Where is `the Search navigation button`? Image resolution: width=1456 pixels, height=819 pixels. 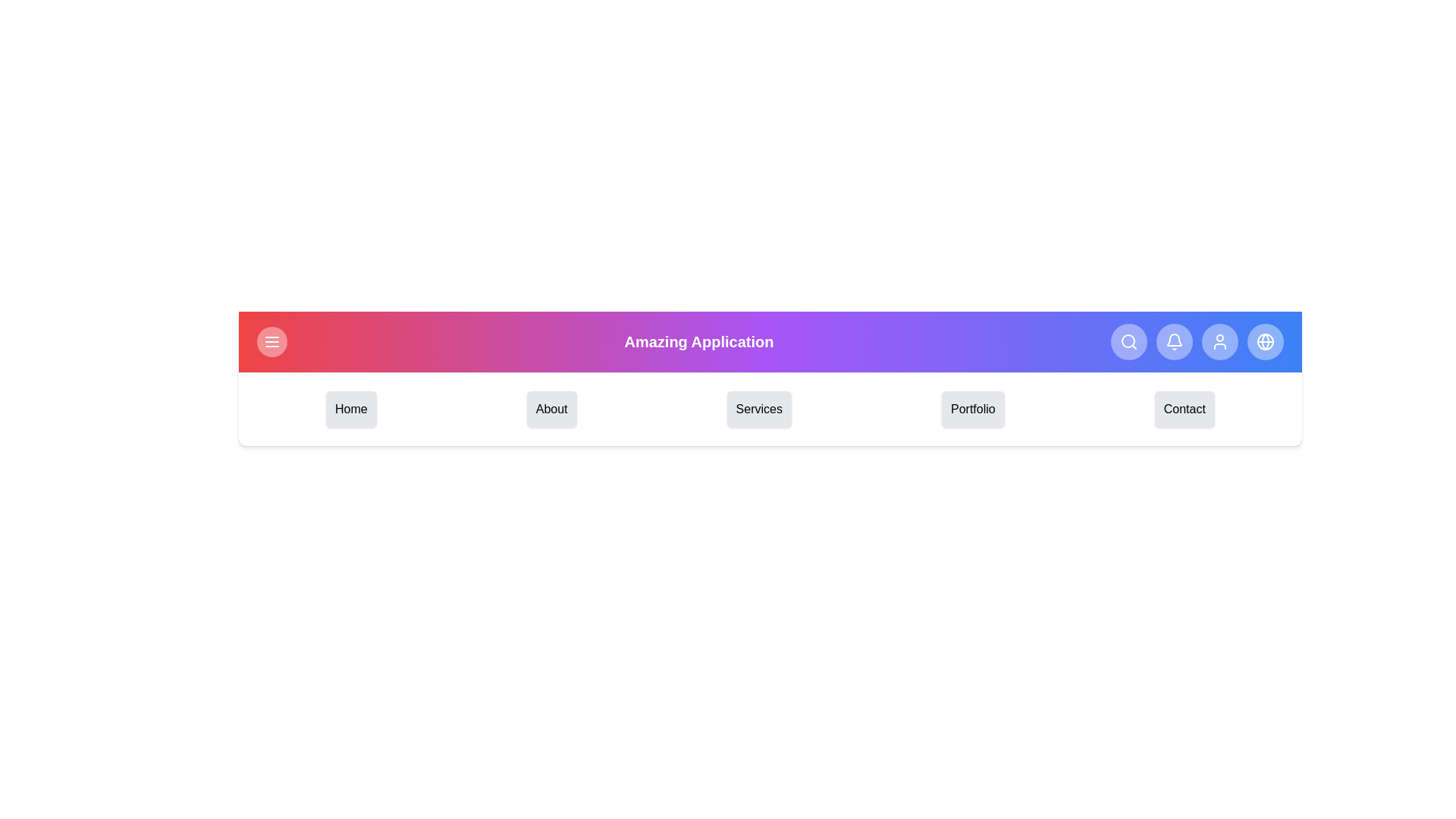 the Search navigation button is located at coordinates (1128, 342).